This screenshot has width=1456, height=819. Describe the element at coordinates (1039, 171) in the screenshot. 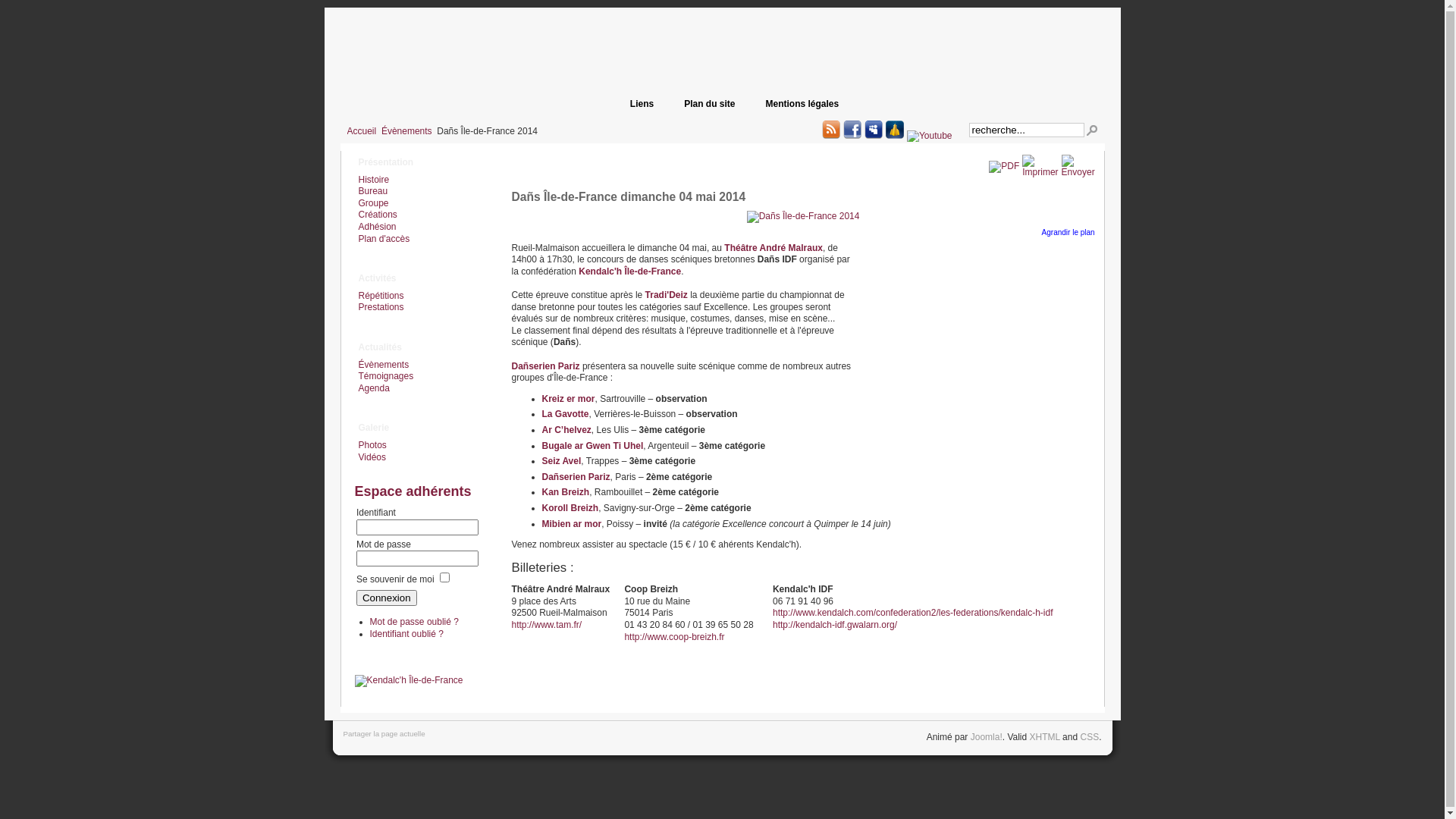

I see `'Imprimer'` at that location.